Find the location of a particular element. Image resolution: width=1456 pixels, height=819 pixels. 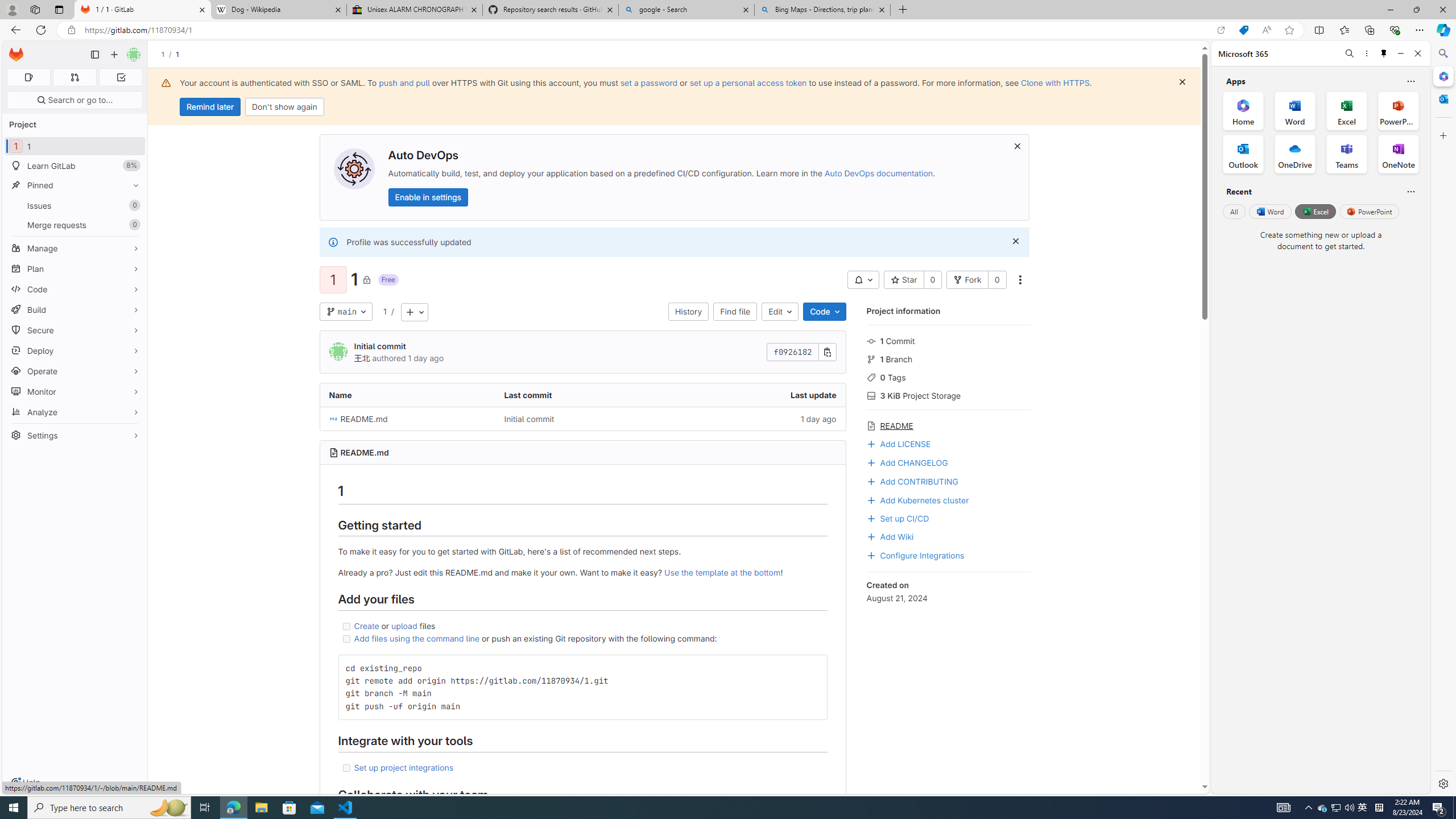

'Configure Integrations' is located at coordinates (914, 553).